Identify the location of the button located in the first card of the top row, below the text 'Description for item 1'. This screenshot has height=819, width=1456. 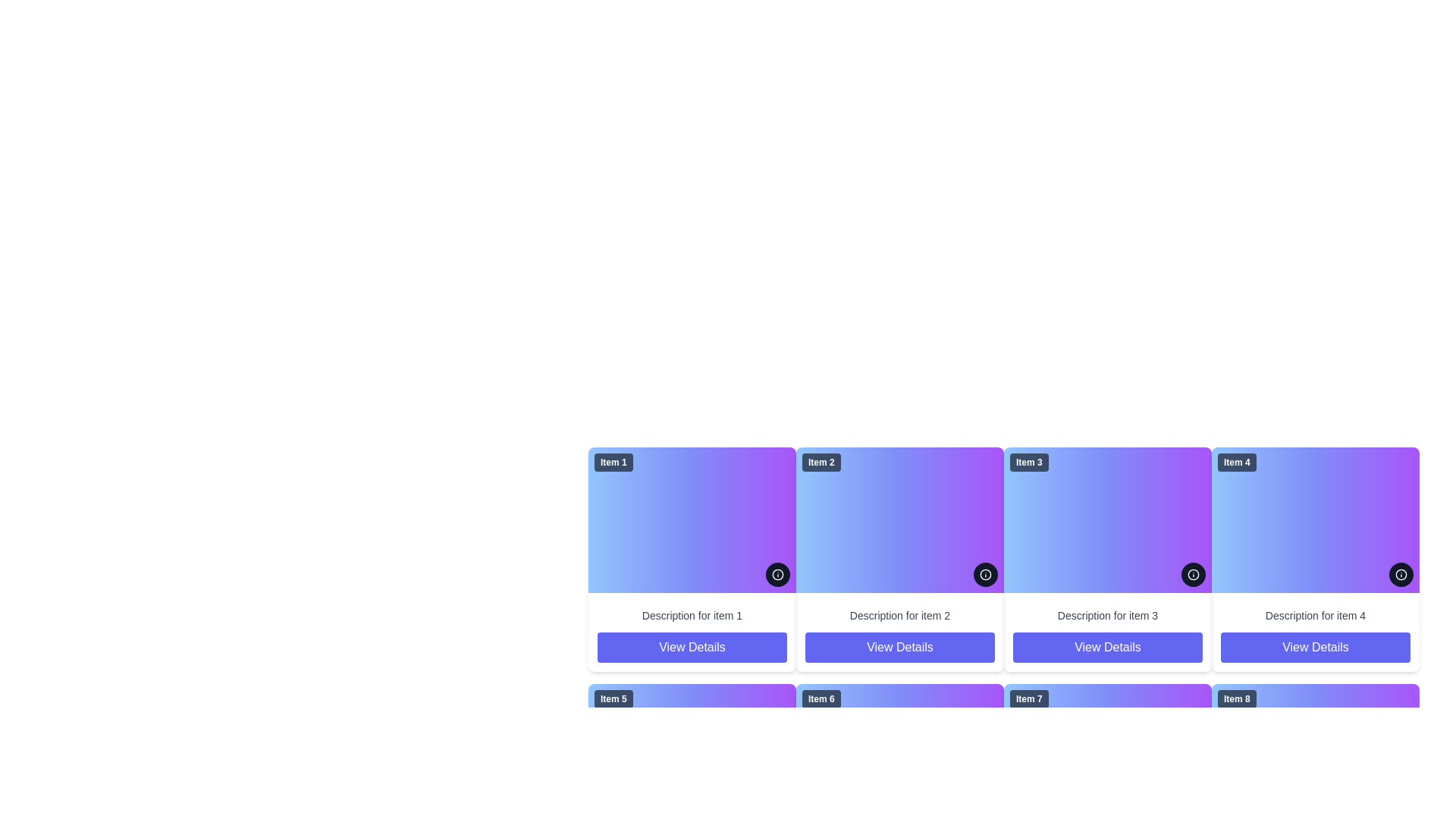
(691, 647).